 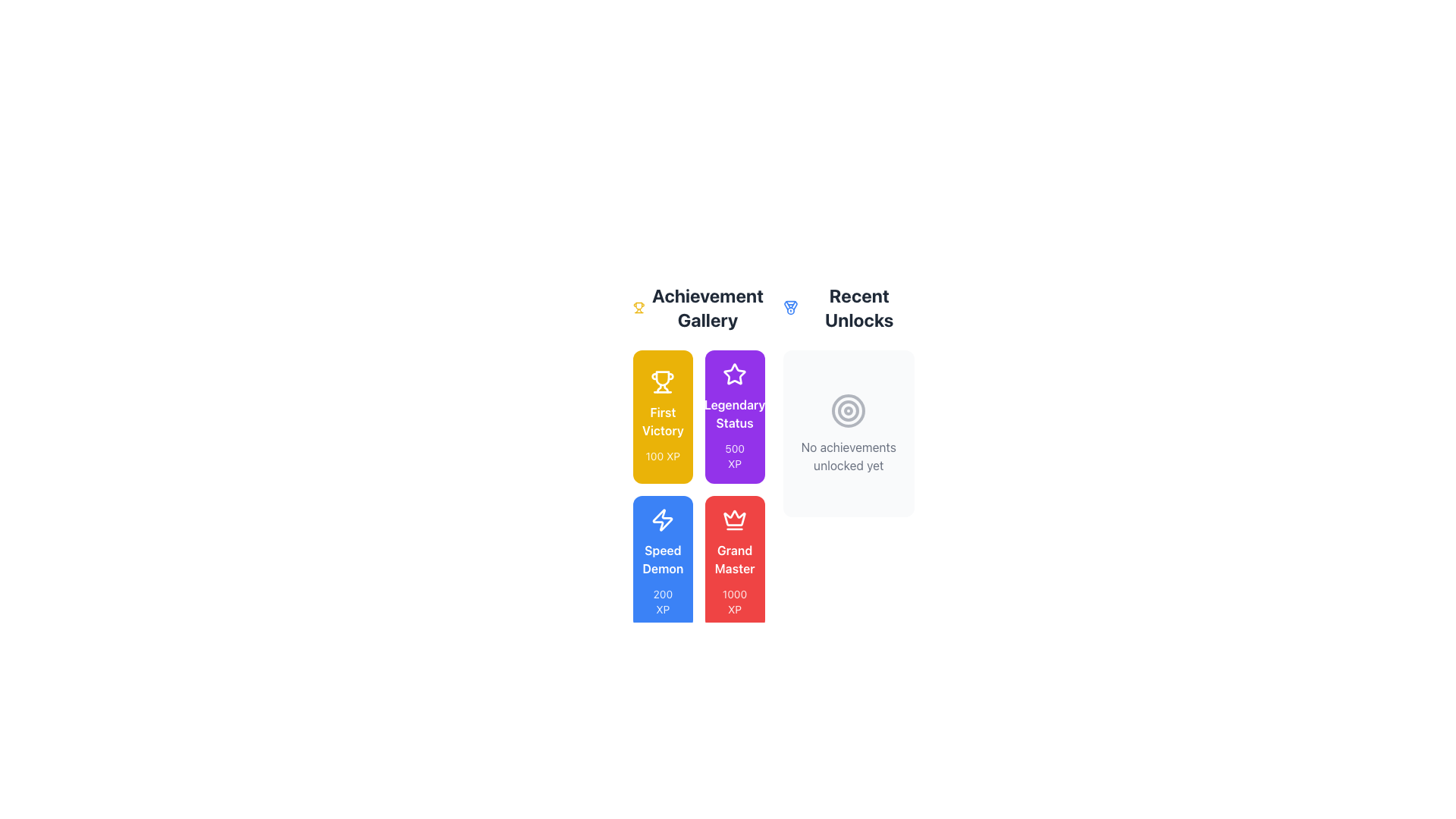 I want to click on the text display showing '500 XP' located in the 'Legendary Status' card within the 'Achievement Gallery' grid, so click(x=735, y=455).